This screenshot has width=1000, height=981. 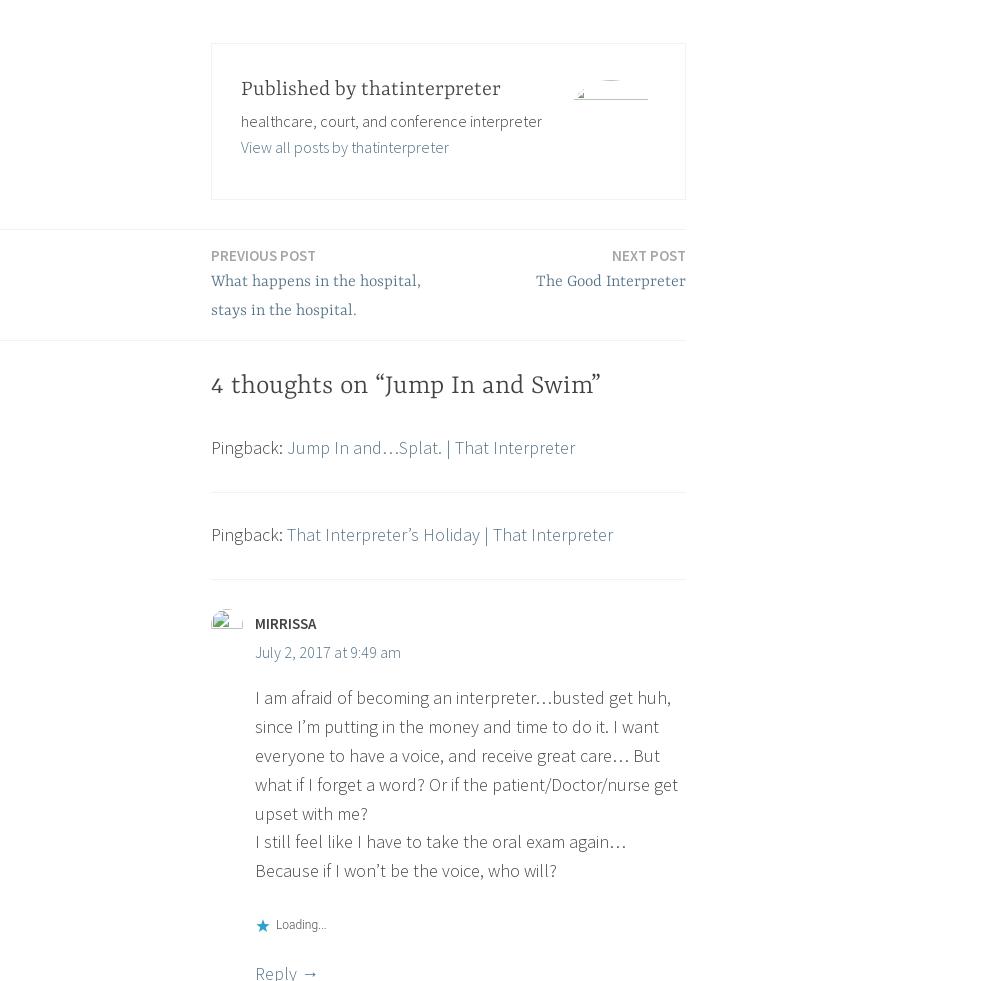 I want to click on 'View all posts by thatinterpreter', so click(x=343, y=144).